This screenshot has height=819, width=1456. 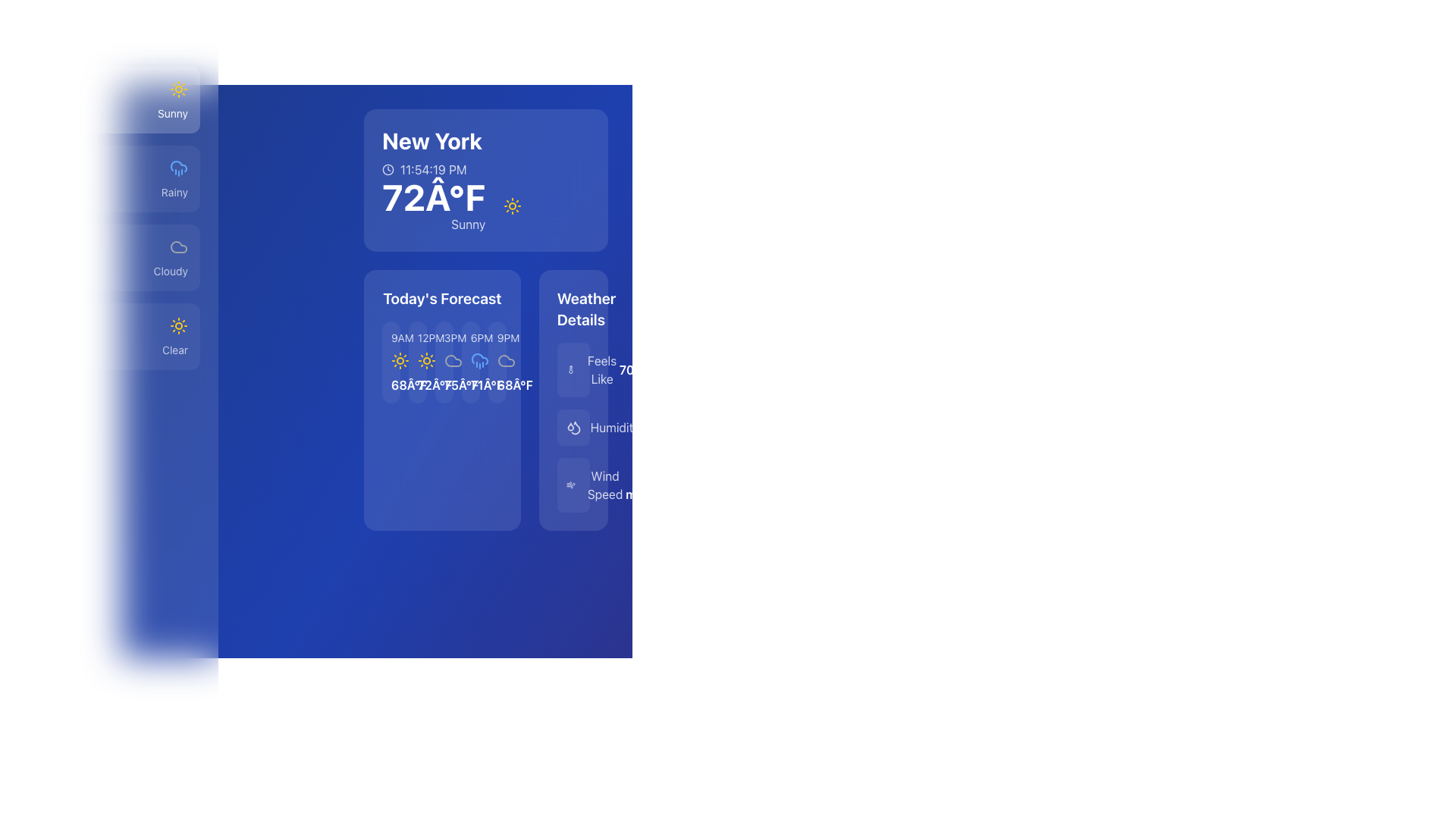 I want to click on weather forecast information display card located in the 'Today's Forecast' section, featuring '9AM', a sun icon, and '68°F' at the bottom, so click(x=391, y=362).